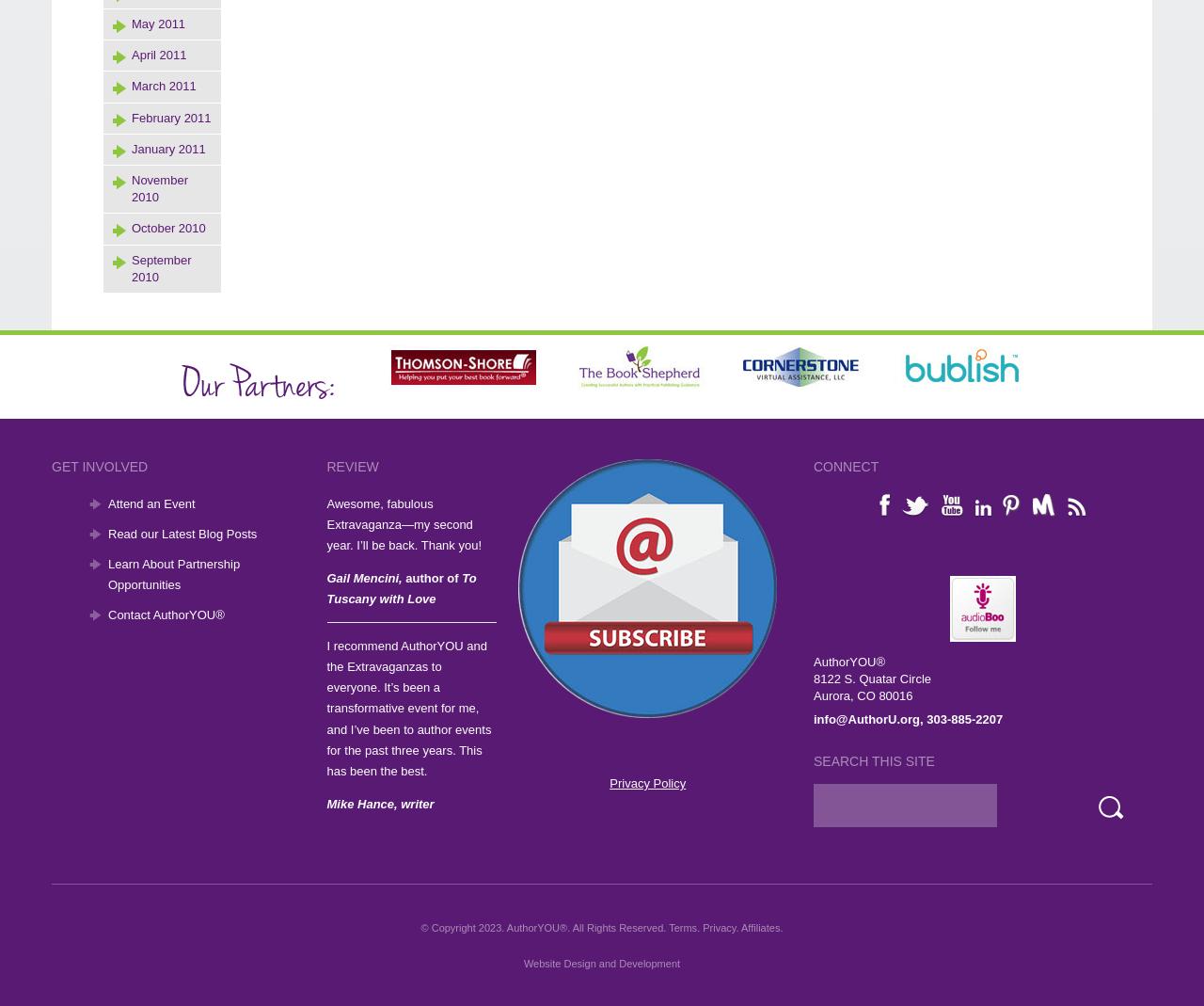 This screenshot has width=1204, height=1006. I want to click on 'Privacy', so click(702, 926).